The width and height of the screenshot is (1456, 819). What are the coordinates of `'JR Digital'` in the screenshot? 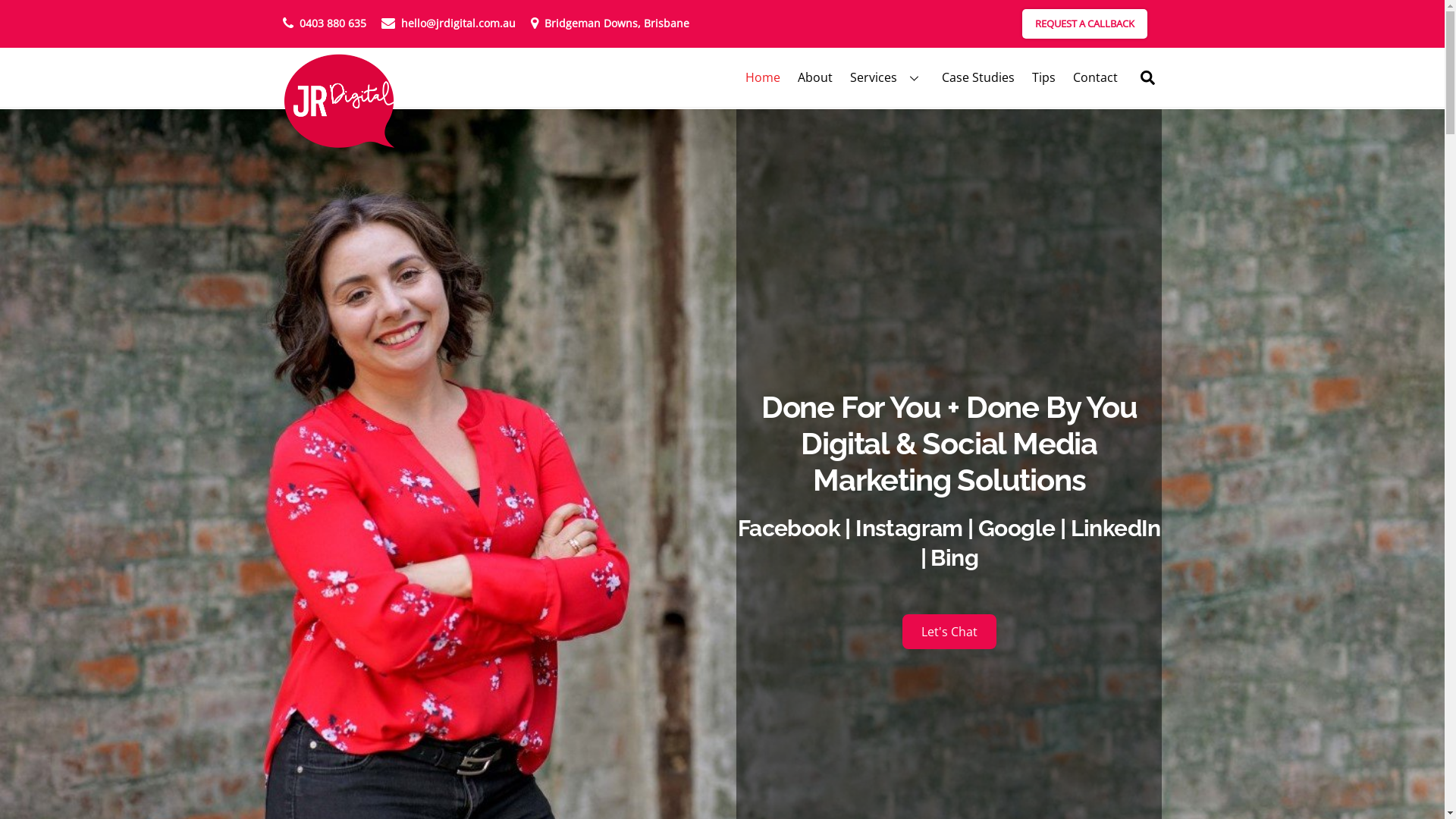 It's located at (337, 101).